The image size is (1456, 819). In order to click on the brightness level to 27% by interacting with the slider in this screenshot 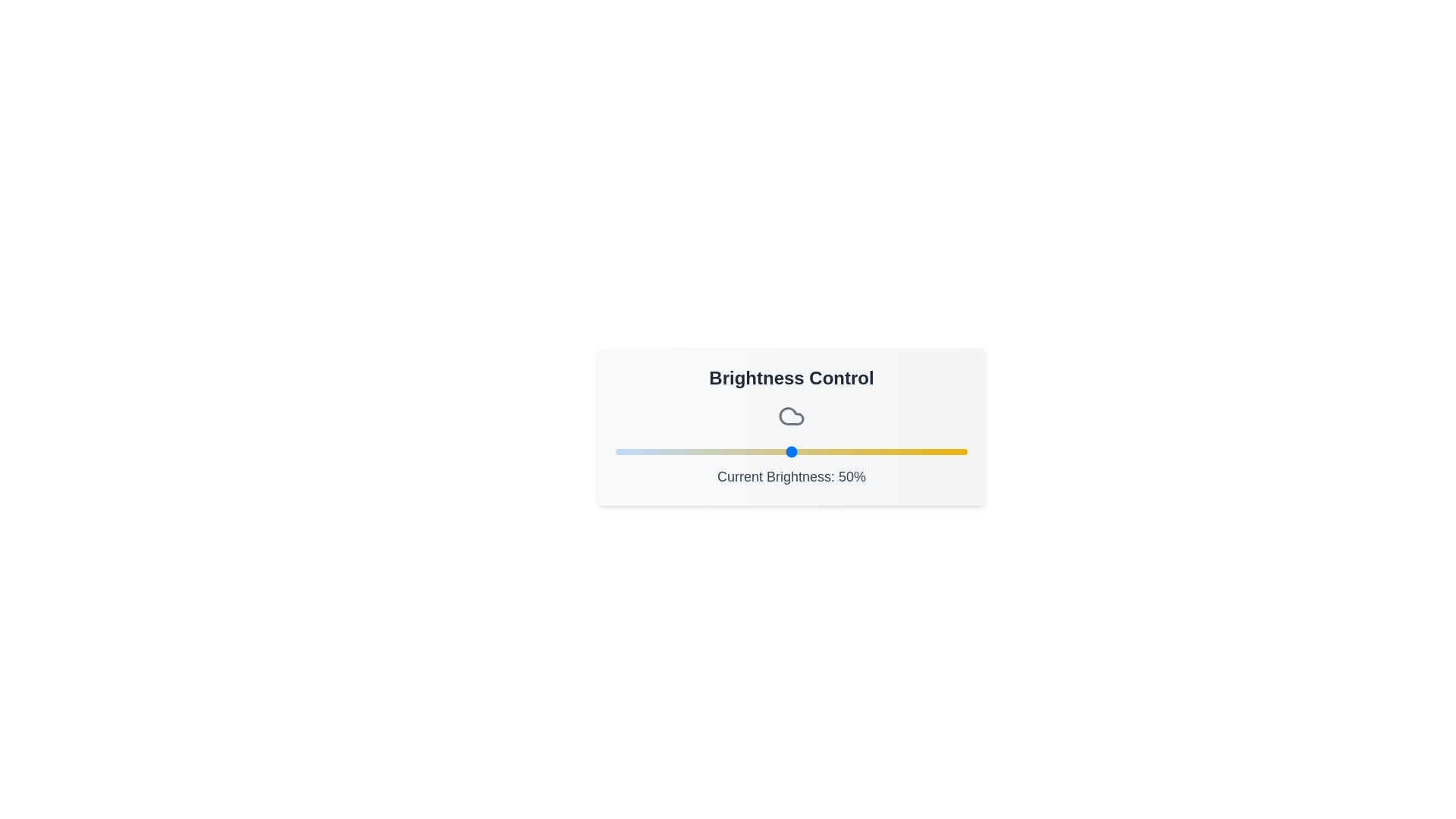, I will do `click(710, 451)`.